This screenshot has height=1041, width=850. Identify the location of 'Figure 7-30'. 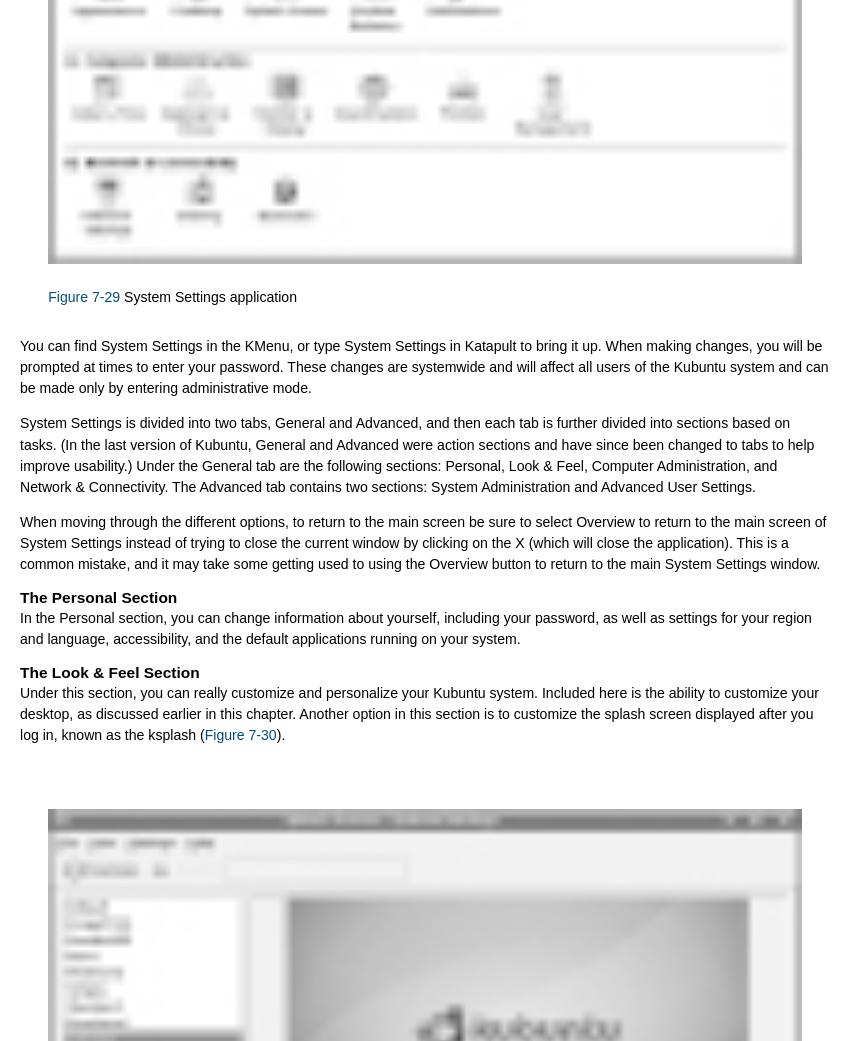
(240, 735).